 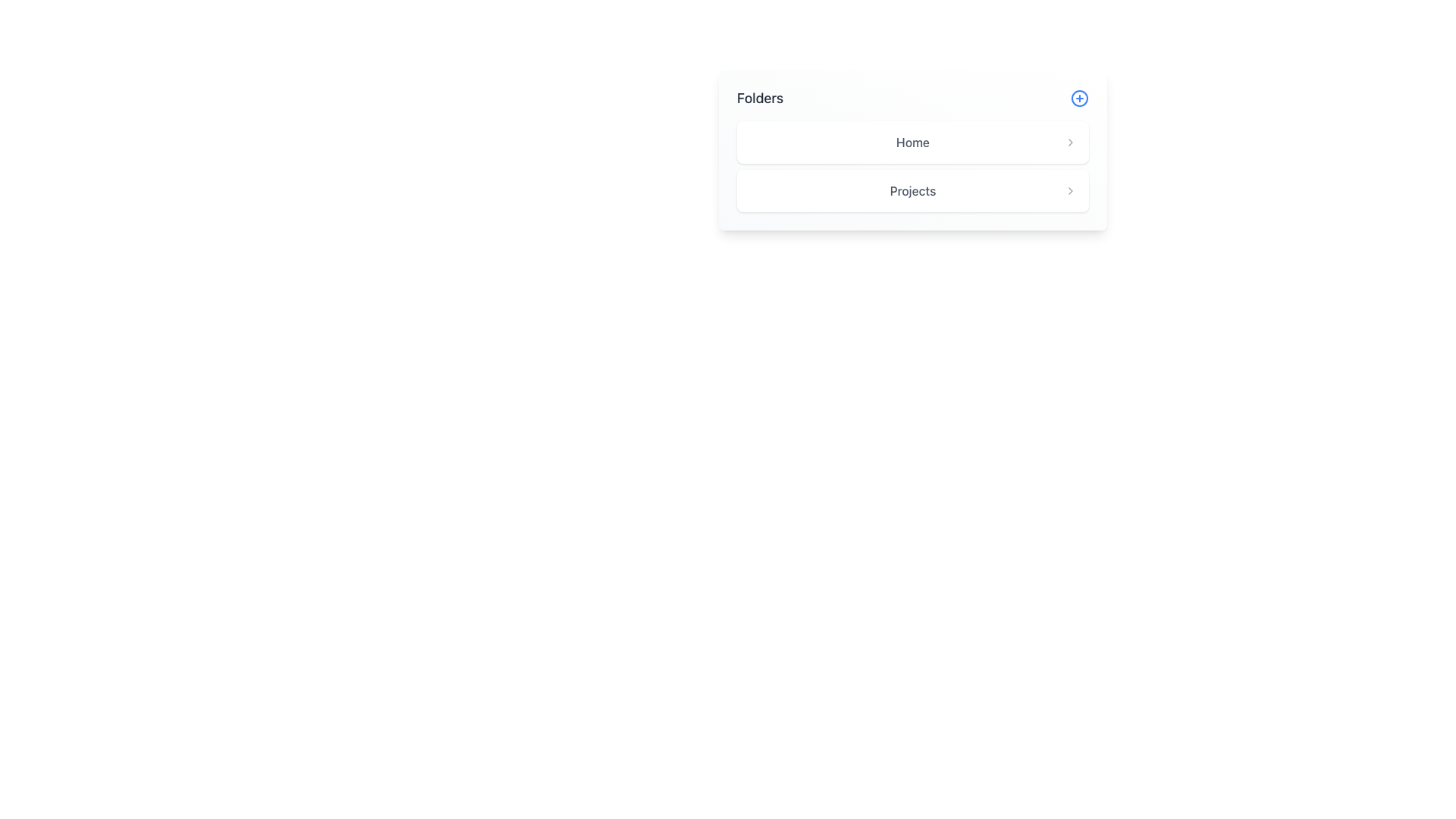 I want to click on the 'Folders' text label located at the top left corner of the card-like interface for interactions, so click(x=760, y=99).